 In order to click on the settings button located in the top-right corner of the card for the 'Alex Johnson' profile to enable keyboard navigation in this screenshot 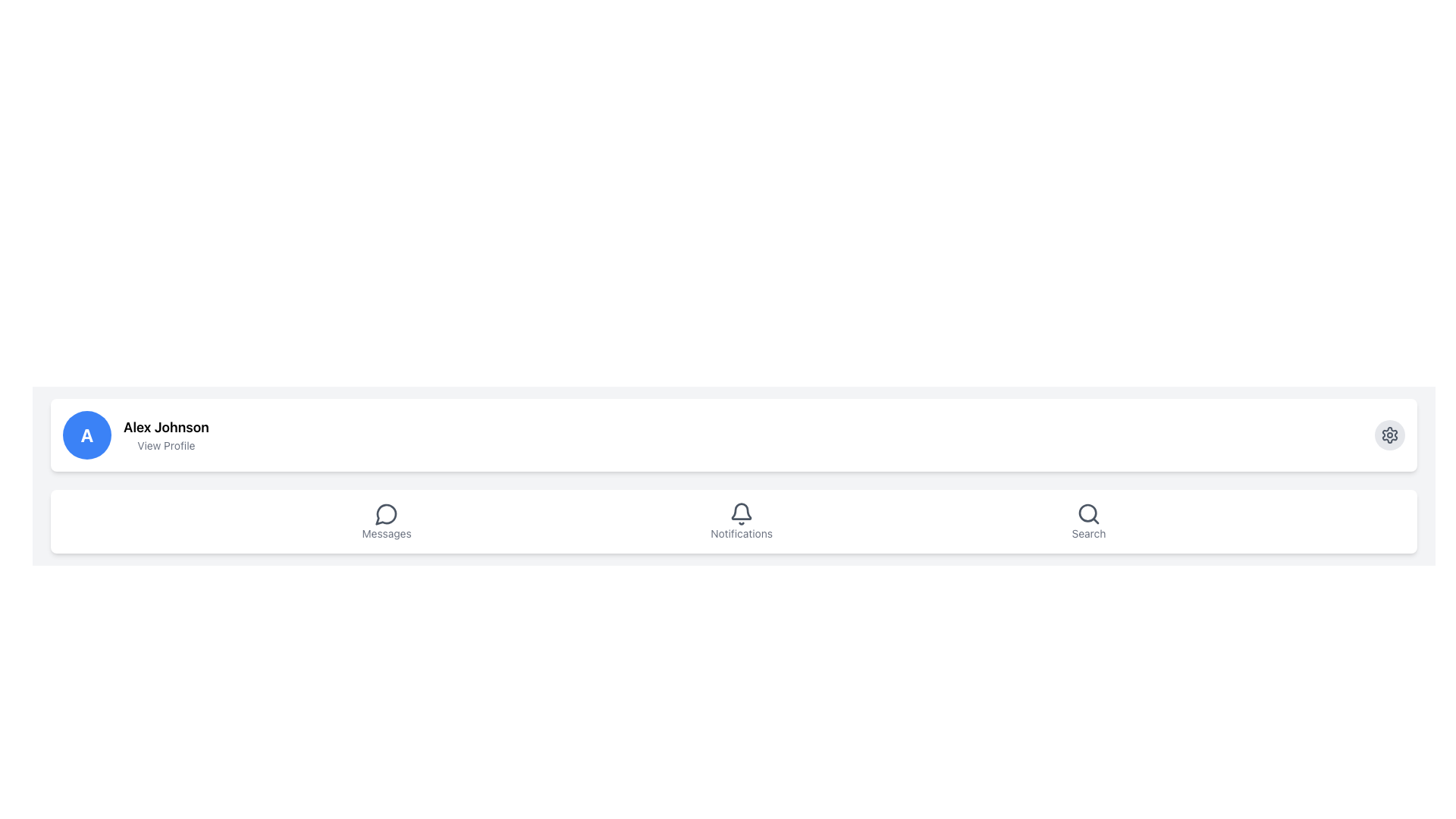, I will do `click(1390, 435)`.